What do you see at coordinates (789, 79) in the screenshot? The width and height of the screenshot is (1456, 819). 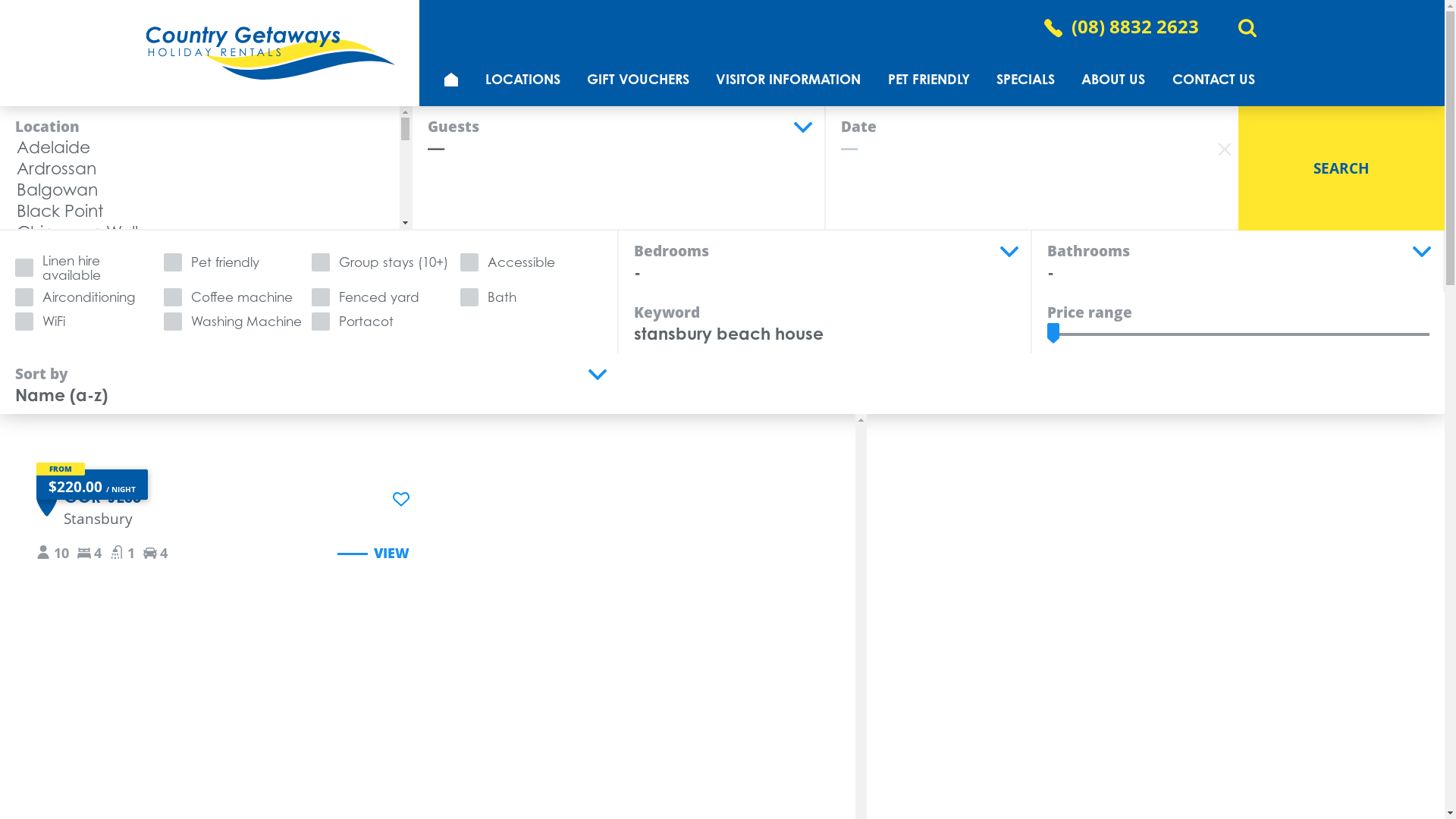 I see `'VISITOR INFORMATION'` at bounding box center [789, 79].